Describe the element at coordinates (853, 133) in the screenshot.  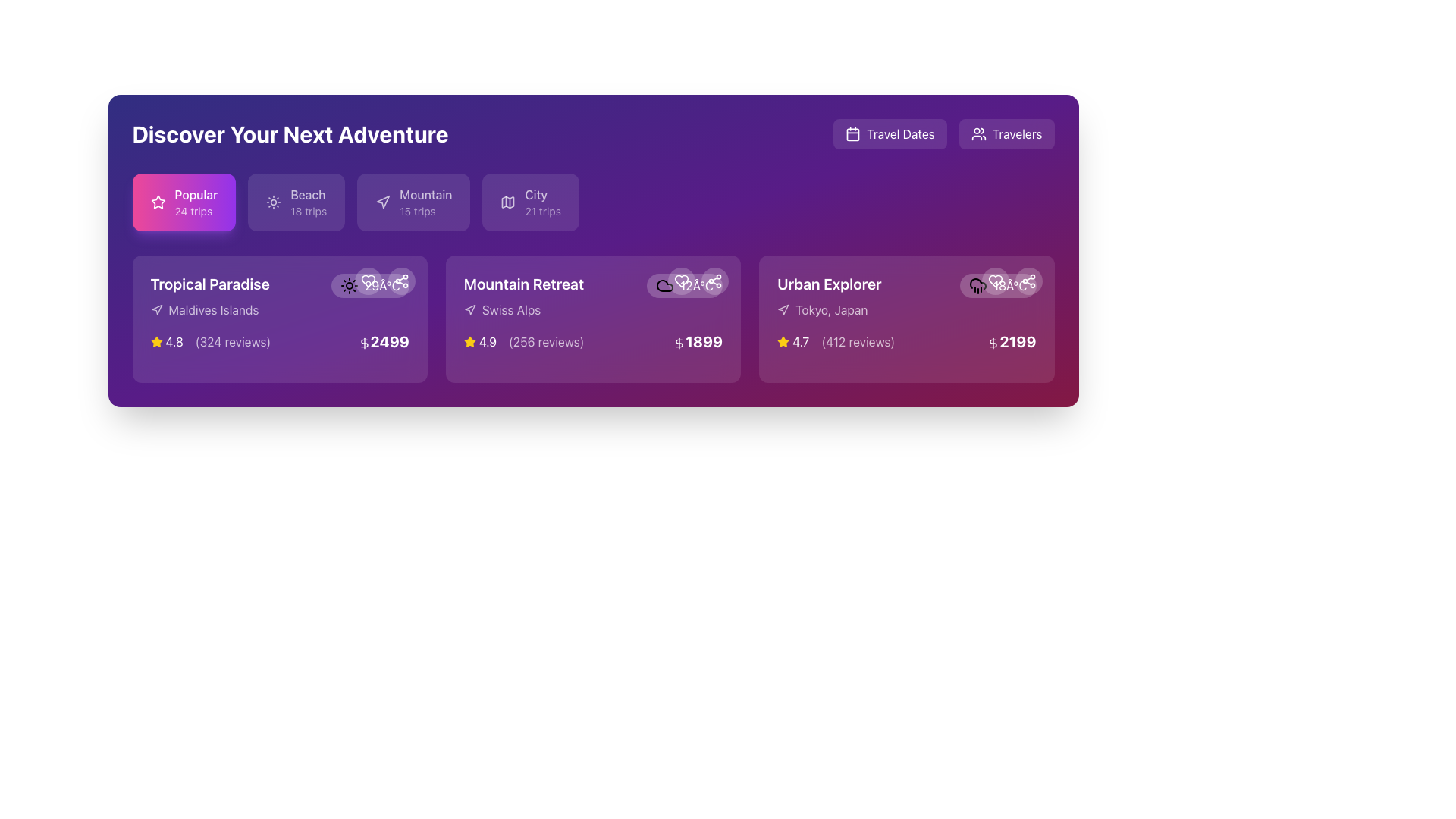
I see `the decorative rectangle inside the calendar icon located near the top-right corner of the interface` at that location.